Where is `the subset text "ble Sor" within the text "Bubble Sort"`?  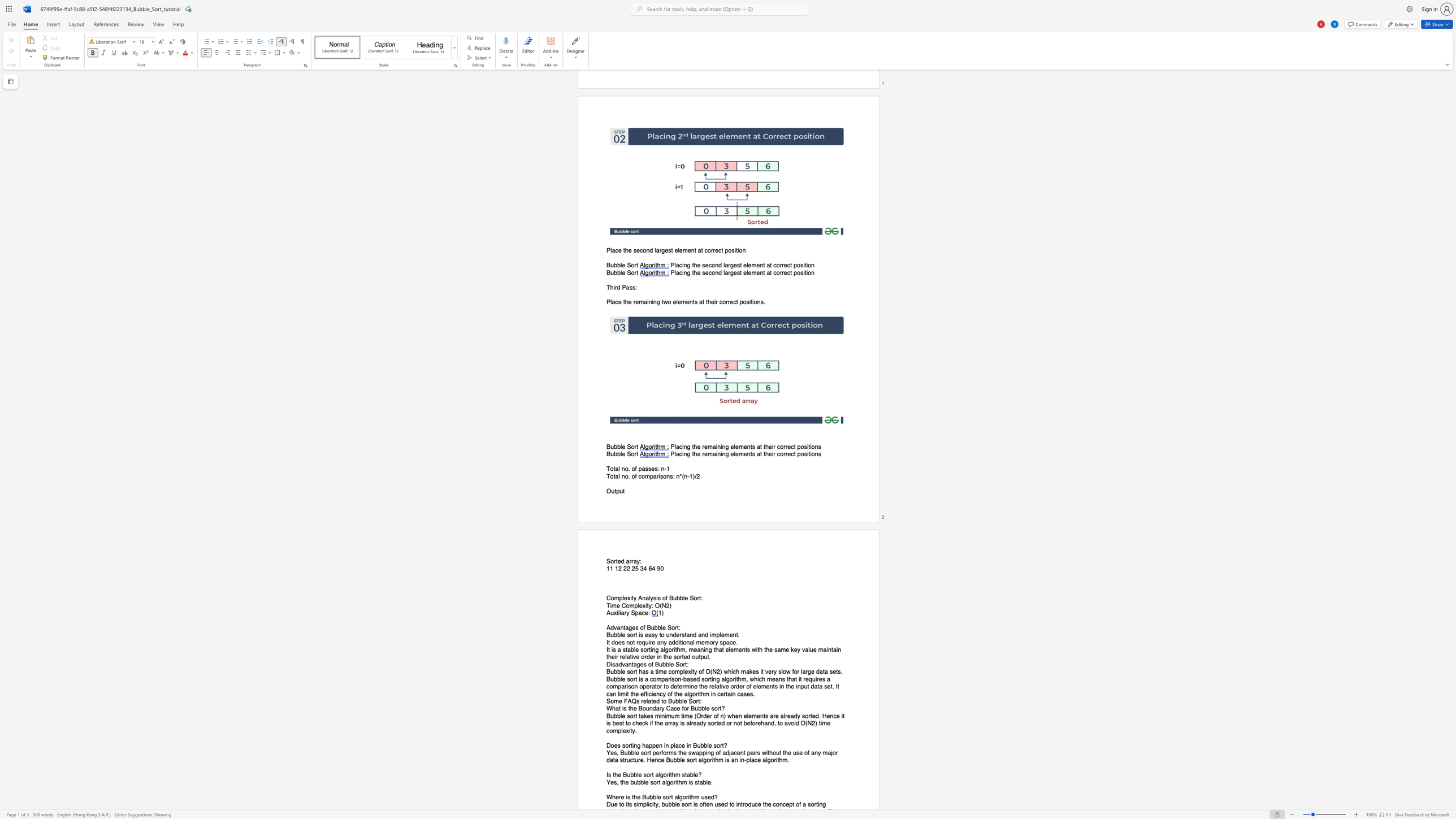
the subset text "ble Sor" within the text "Bubble Sort" is located at coordinates (617, 454).